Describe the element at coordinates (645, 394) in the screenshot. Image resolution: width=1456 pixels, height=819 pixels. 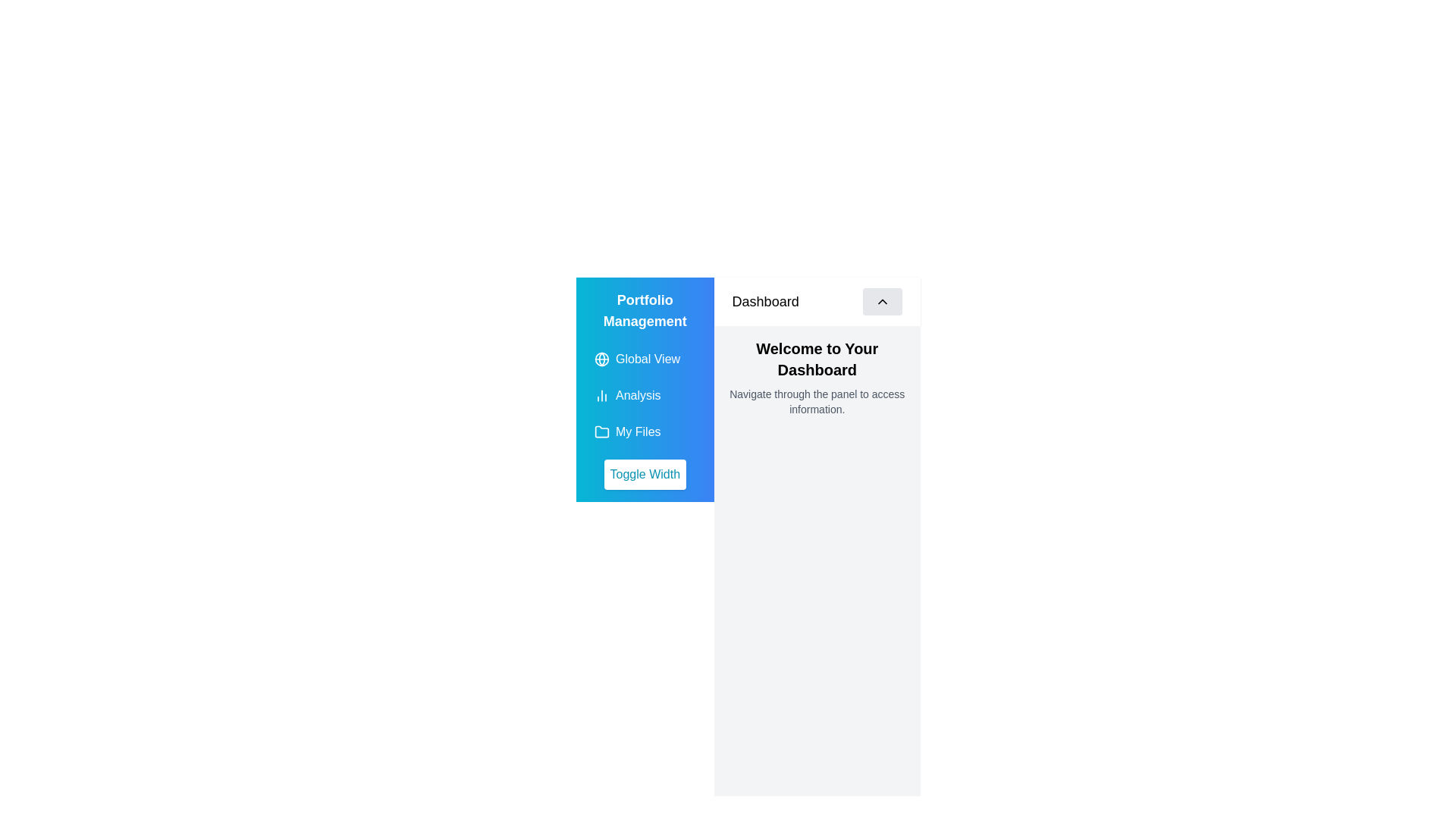
I see `the 'Analysis' item in the navigational menu located in the left-hand panel of the 'Portfolio Management' section` at that location.